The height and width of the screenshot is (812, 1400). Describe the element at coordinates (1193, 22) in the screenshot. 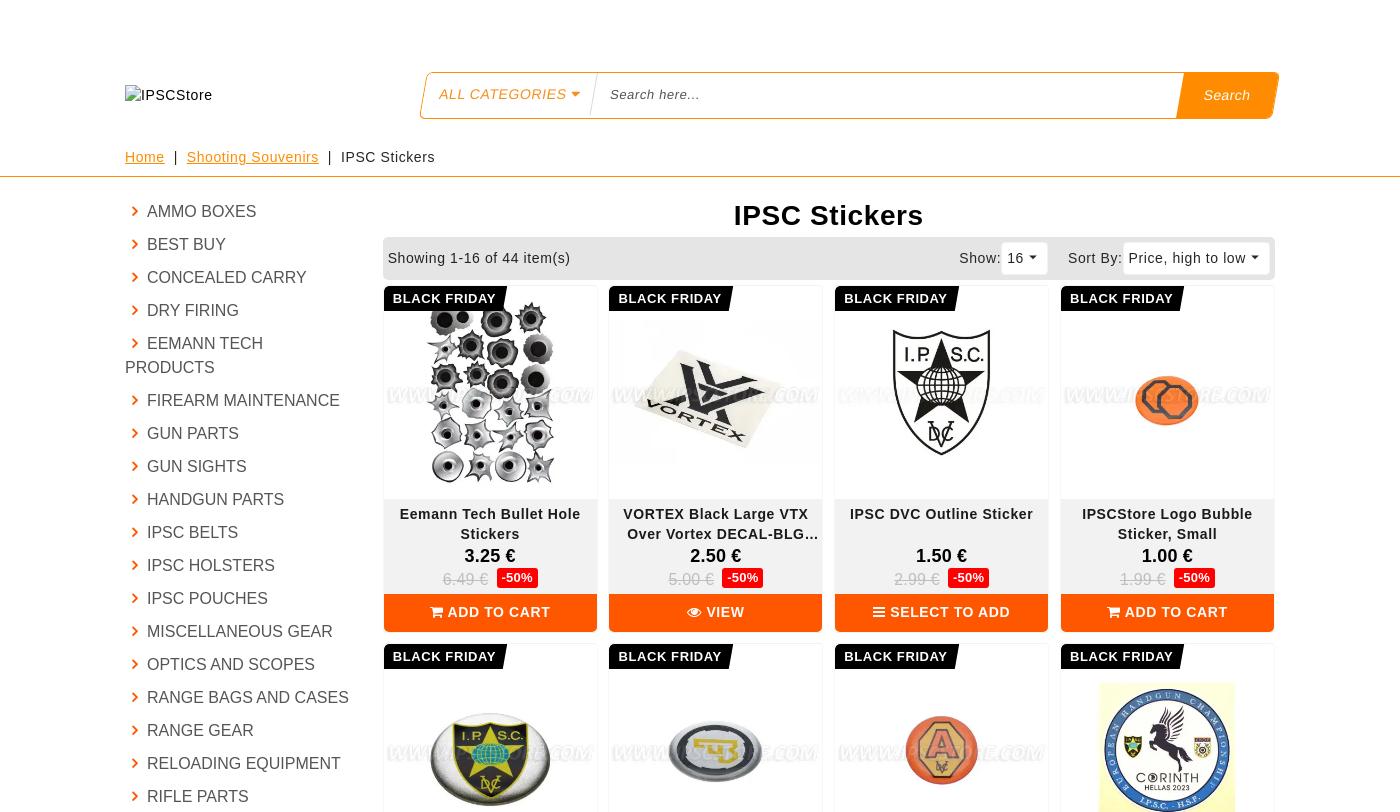

I see `'My Cart'` at that location.